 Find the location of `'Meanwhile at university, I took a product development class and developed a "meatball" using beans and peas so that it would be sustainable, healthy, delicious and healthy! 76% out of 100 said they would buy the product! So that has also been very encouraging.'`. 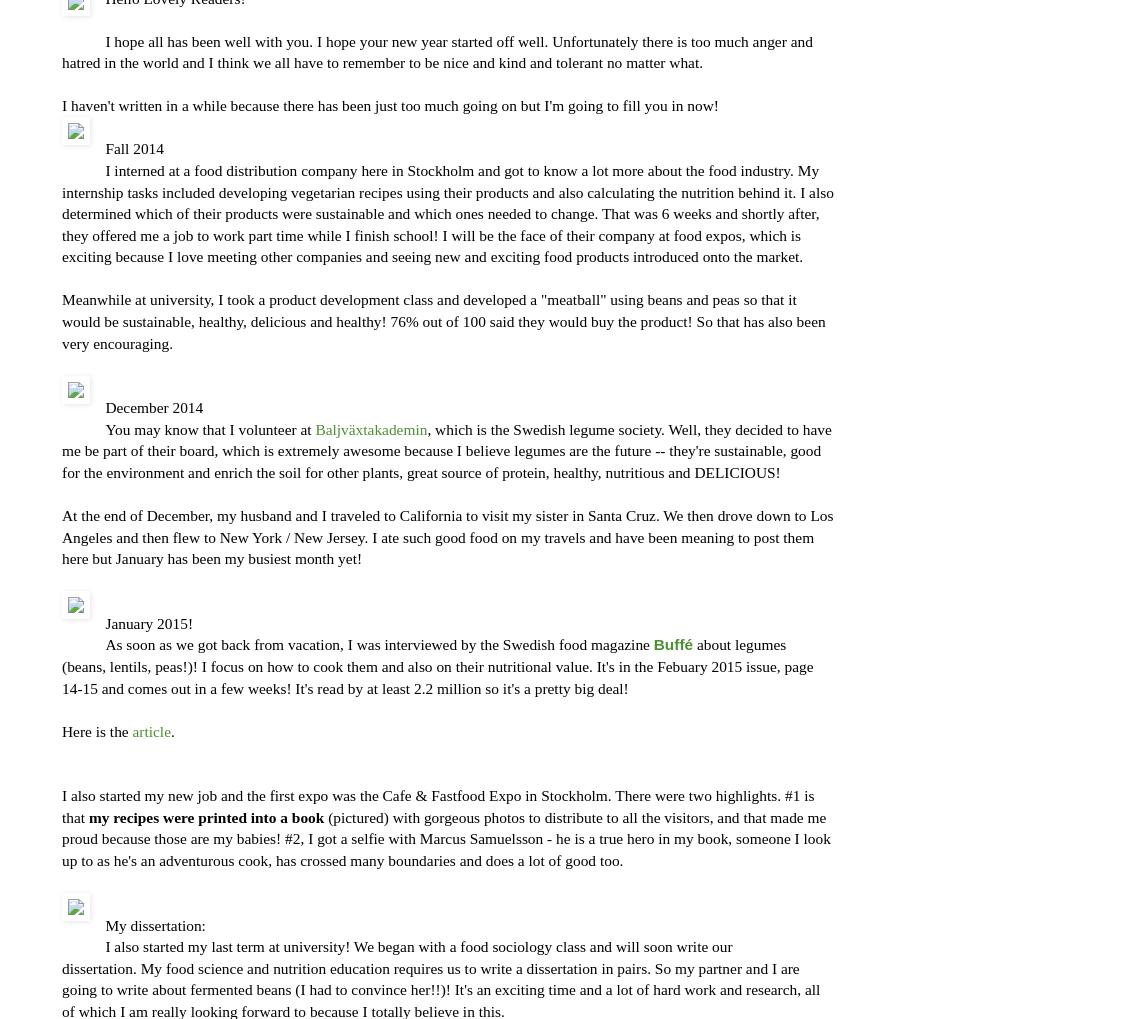

'Meanwhile at university, I took a product development class and developed a "meatball" using beans and peas so that it would be sustainable, healthy, delicious and healthy! 76% out of 100 said they would buy the product! So that has also been very encouraging.' is located at coordinates (443, 319).